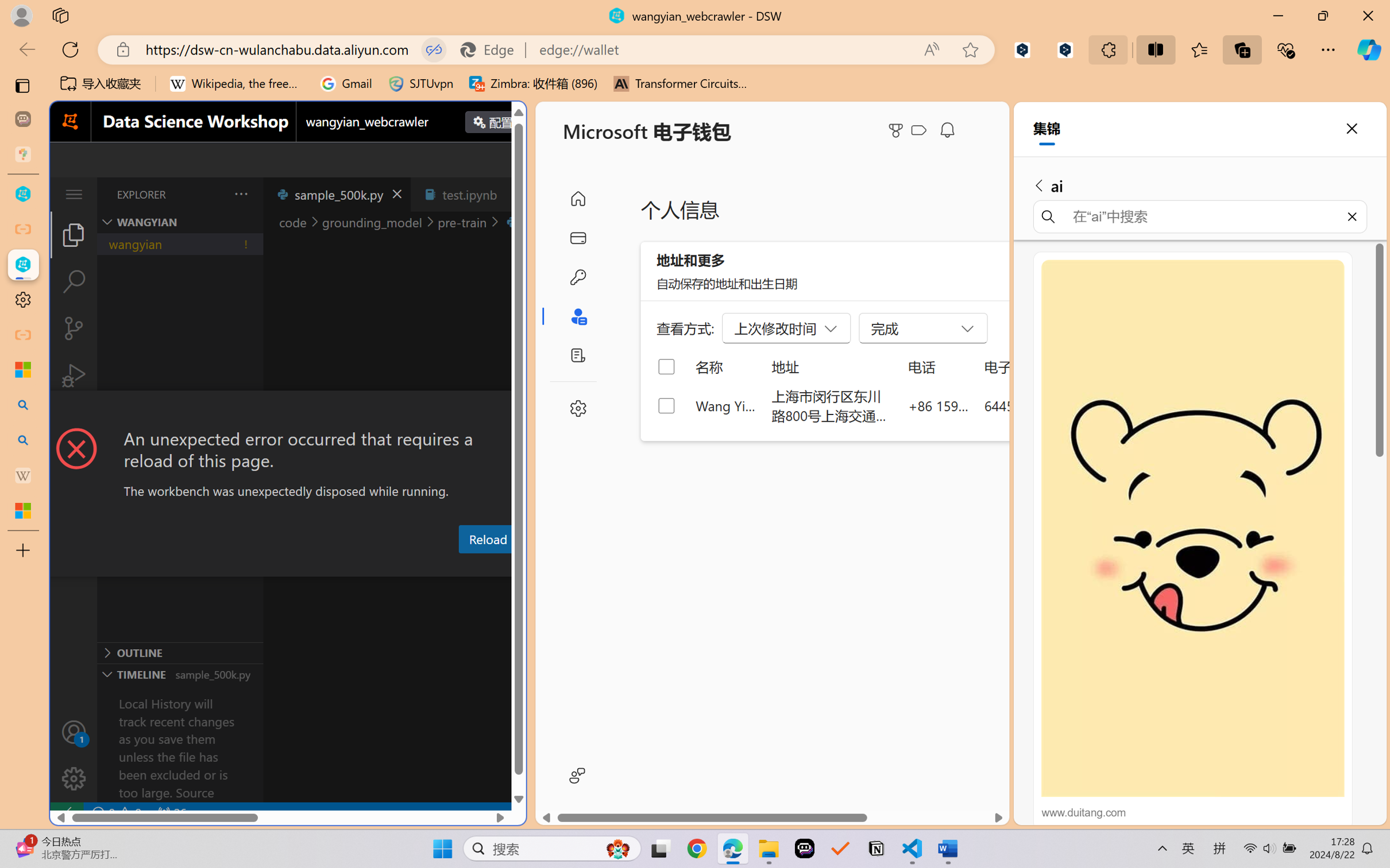  What do you see at coordinates (725, 405) in the screenshot?
I see `'Wang Yian'` at bounding box center [725, 405].